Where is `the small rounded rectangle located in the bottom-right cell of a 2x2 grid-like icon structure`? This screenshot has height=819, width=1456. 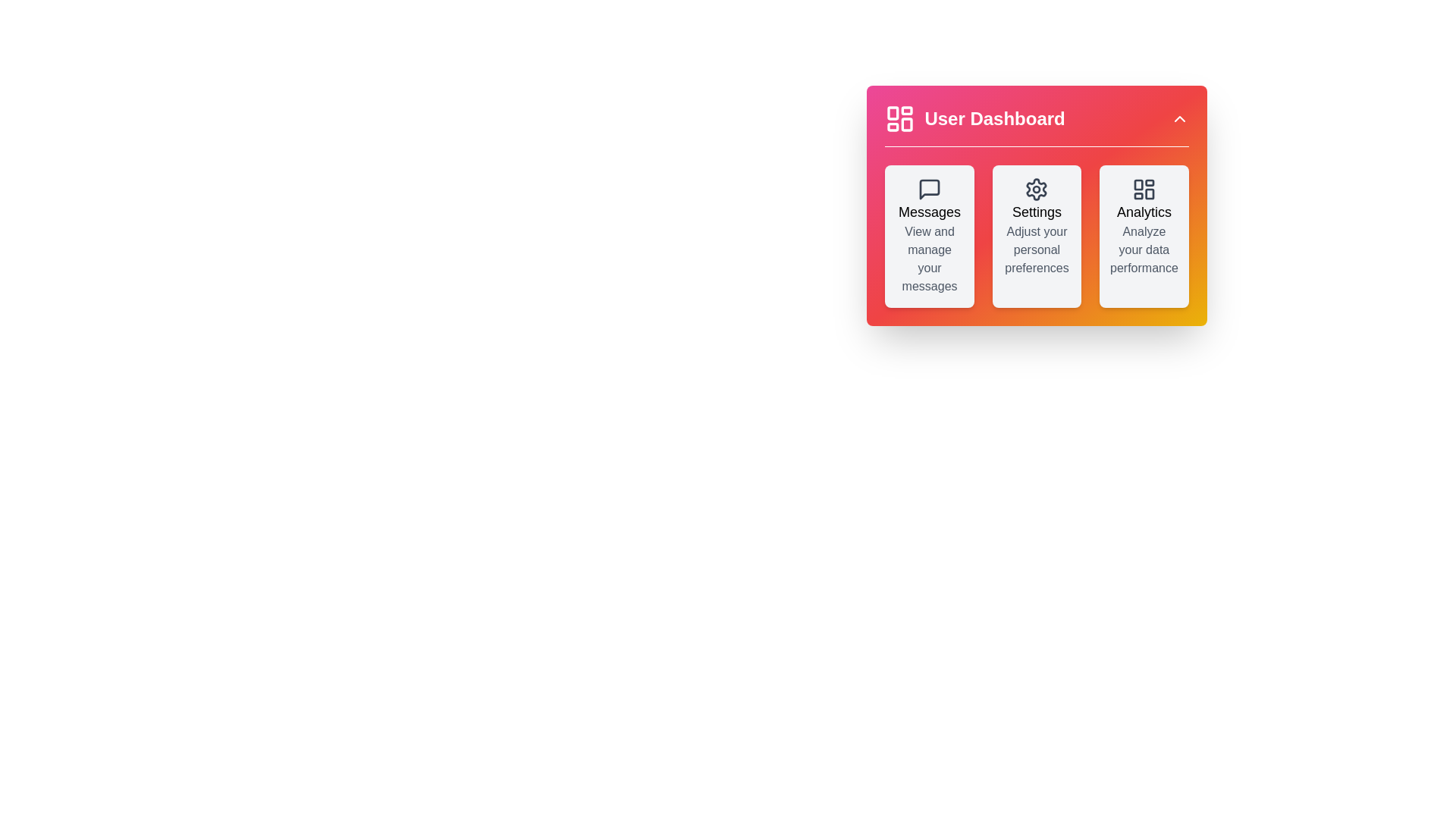
the small rounded rectangle located in the bottom-right cell of a 2x2 grid-like icon structure is located at coordinates (1150, 193).